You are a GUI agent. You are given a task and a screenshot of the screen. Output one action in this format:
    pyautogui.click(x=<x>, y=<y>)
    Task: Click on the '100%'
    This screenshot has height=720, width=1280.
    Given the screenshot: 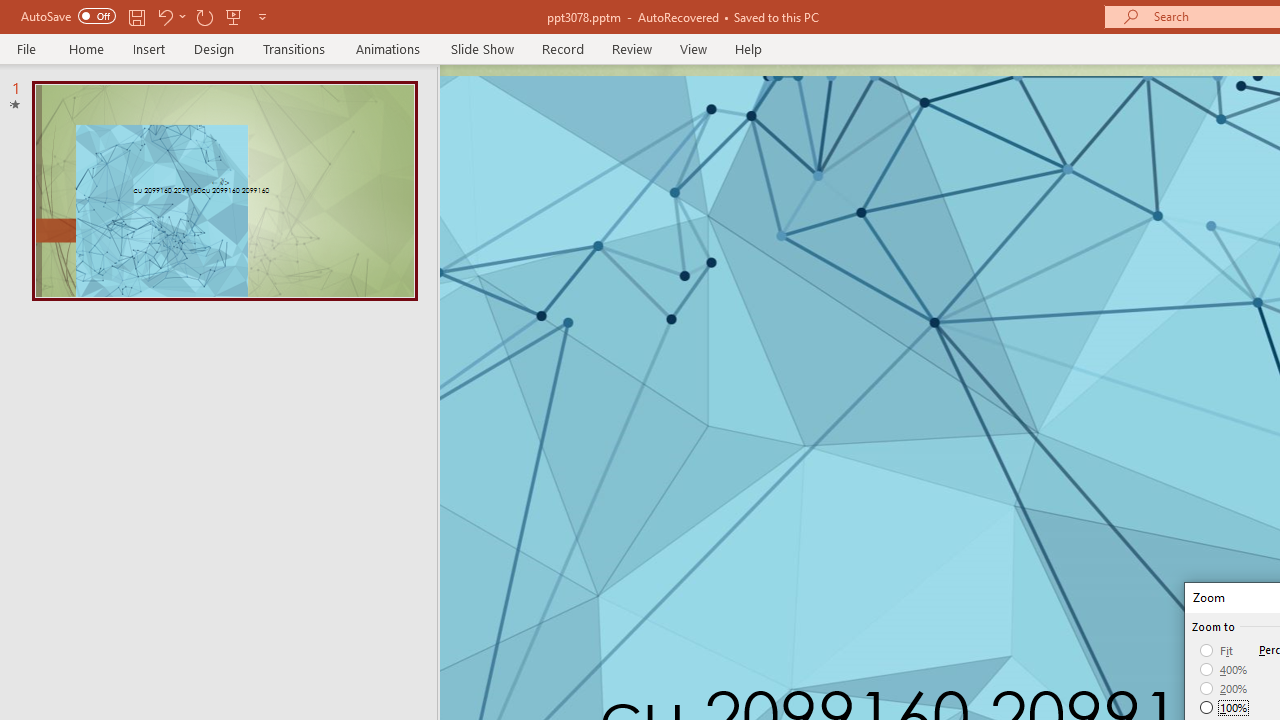 What is the action you would take?
    pyautogui.click(x=1223, y=706)
    